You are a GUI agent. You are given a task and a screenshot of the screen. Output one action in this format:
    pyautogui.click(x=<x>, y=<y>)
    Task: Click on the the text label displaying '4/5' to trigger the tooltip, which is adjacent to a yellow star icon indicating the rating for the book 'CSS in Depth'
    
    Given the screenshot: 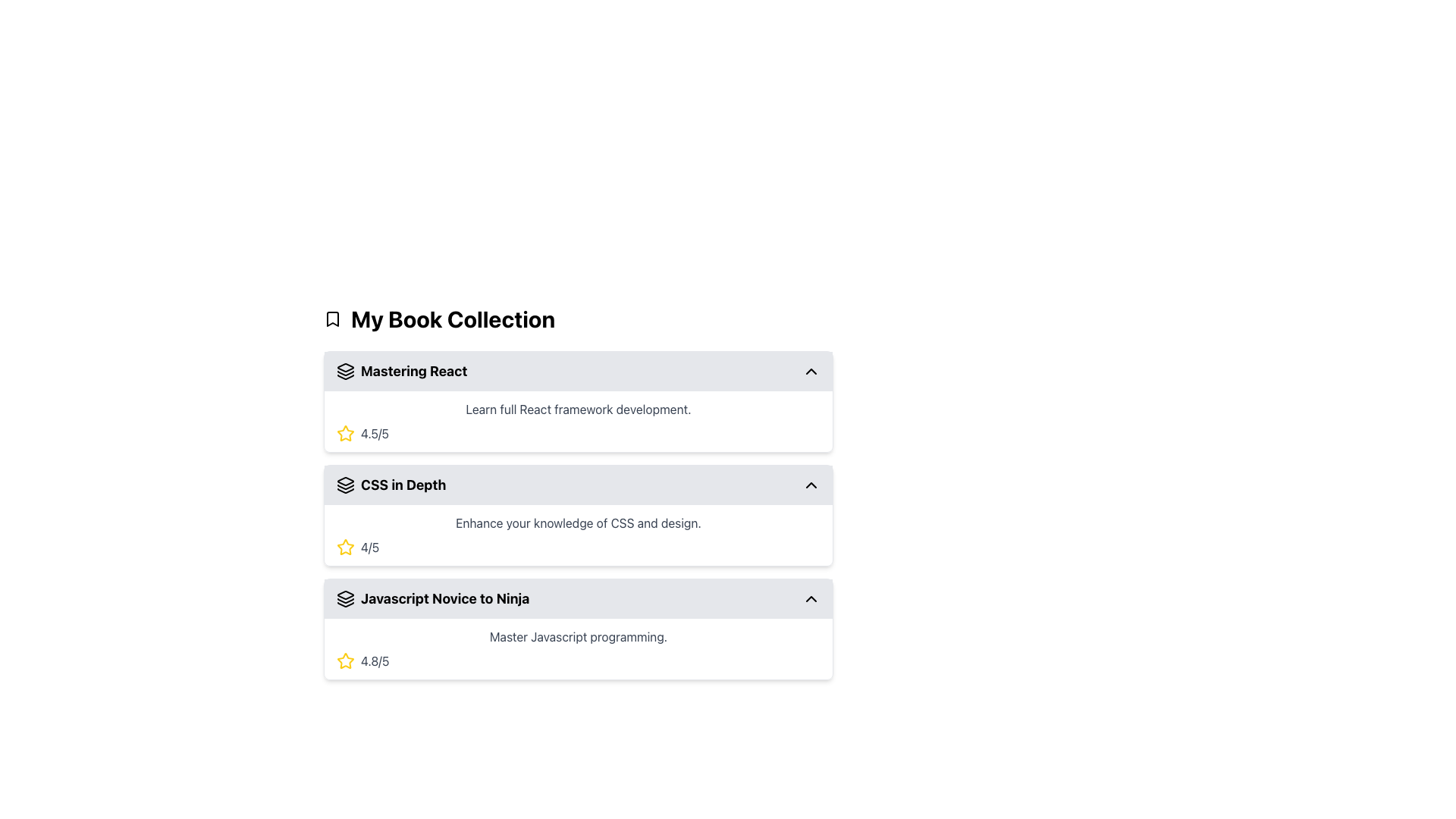 What is the action you would take?
    pyautogui.click(x=370, y=547)
    